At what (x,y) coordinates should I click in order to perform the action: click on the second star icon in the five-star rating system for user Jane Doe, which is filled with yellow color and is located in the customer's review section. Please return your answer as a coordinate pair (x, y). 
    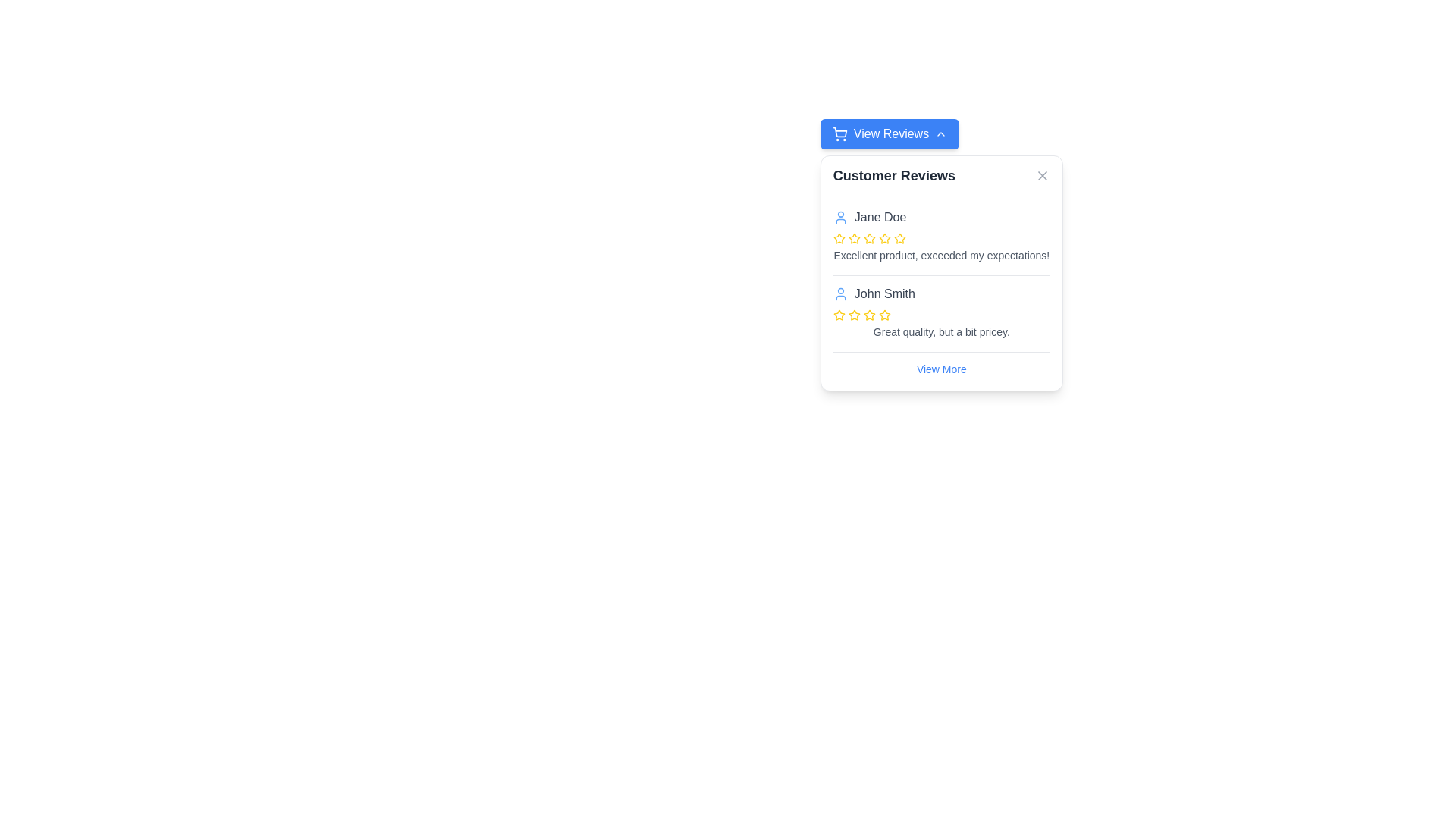
    Looking at the image, I should click on (854, 239).